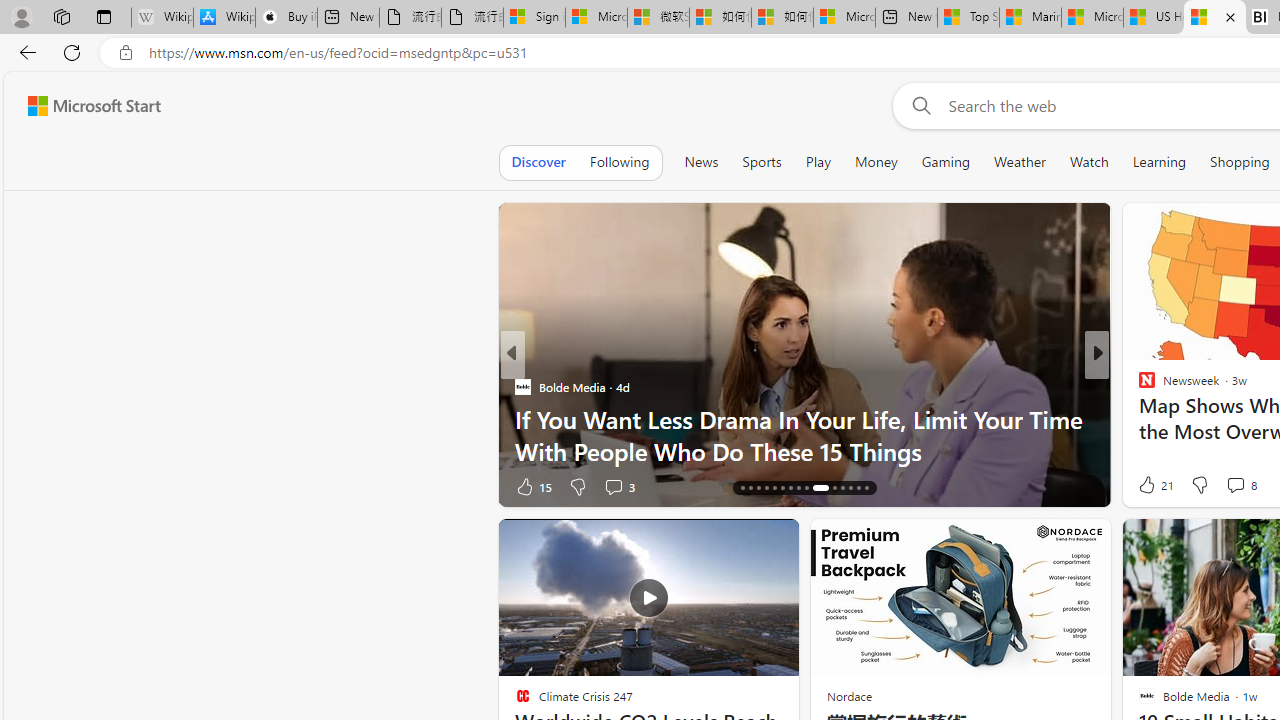  Describe the element at coordinates (789, 488) in the screenshot. I see `'AutomationID: tab-22'` at that location.